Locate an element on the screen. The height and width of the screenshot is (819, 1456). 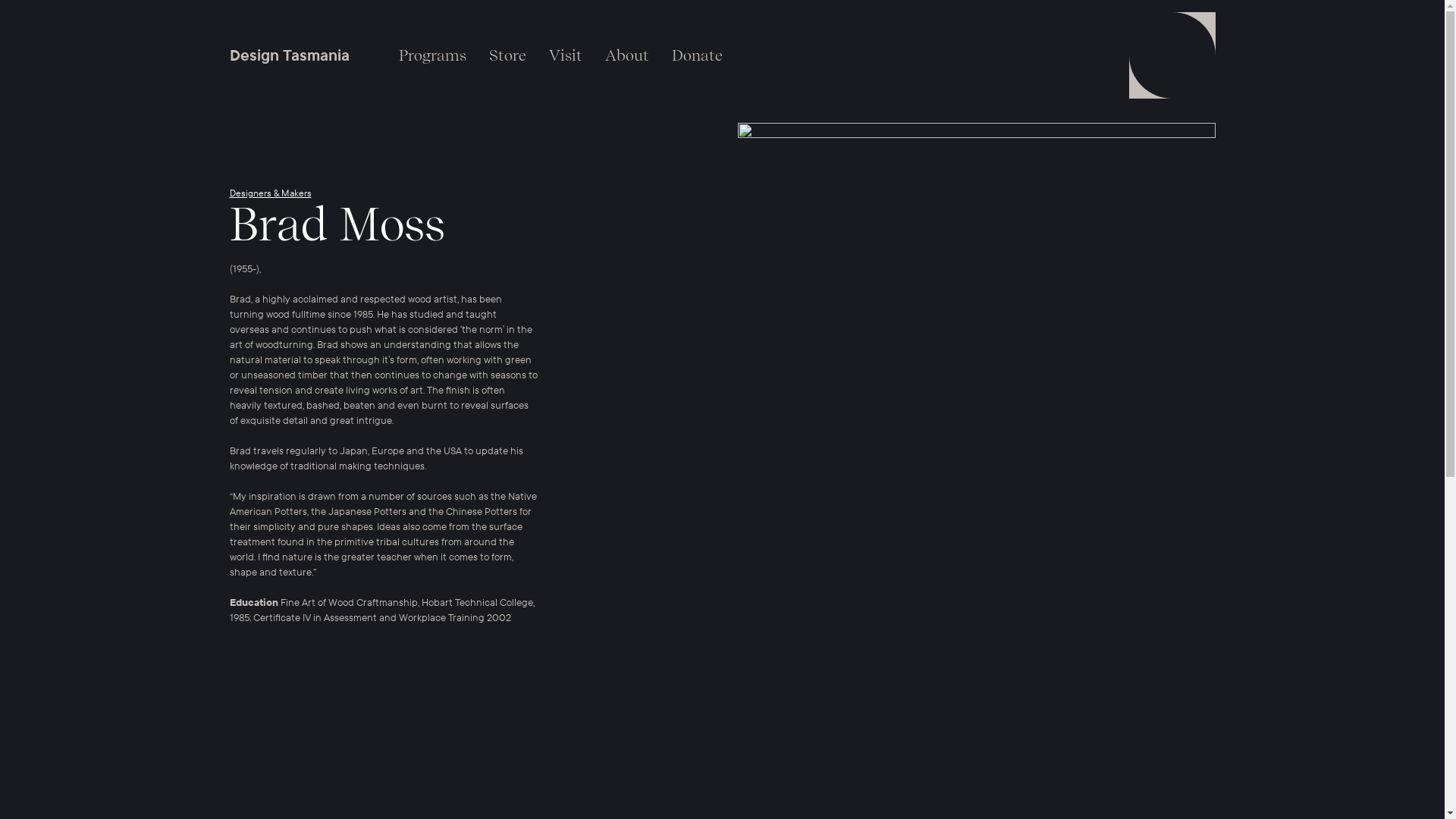
'Visit' is located at coordinates (563, 55).